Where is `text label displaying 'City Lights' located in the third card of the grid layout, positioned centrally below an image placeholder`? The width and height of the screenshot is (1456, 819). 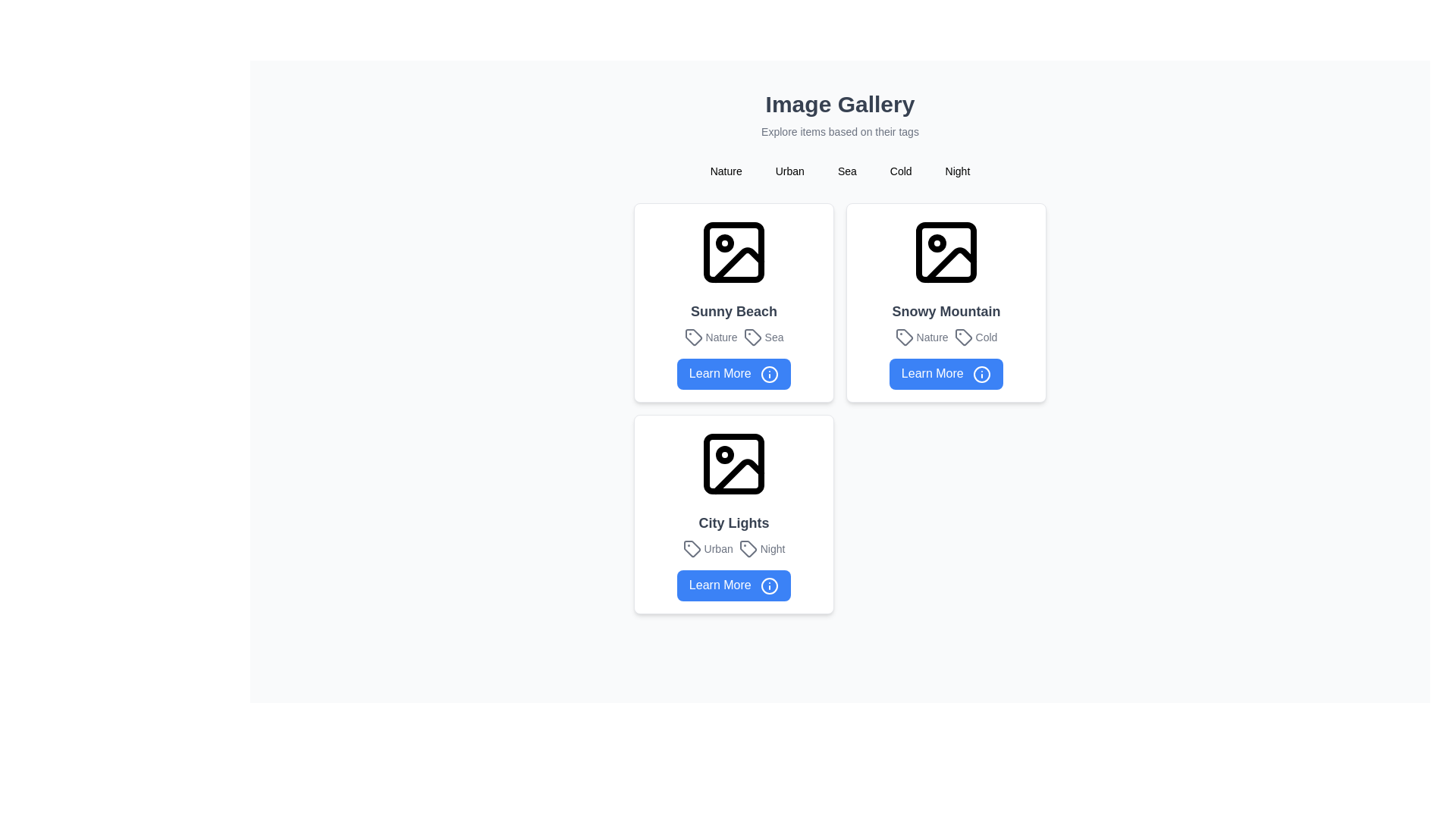 text label displaying 'City Lights' located in the third card of the grid layout, positioned centrally below an image placeholder is located at coordinates (734, 522).